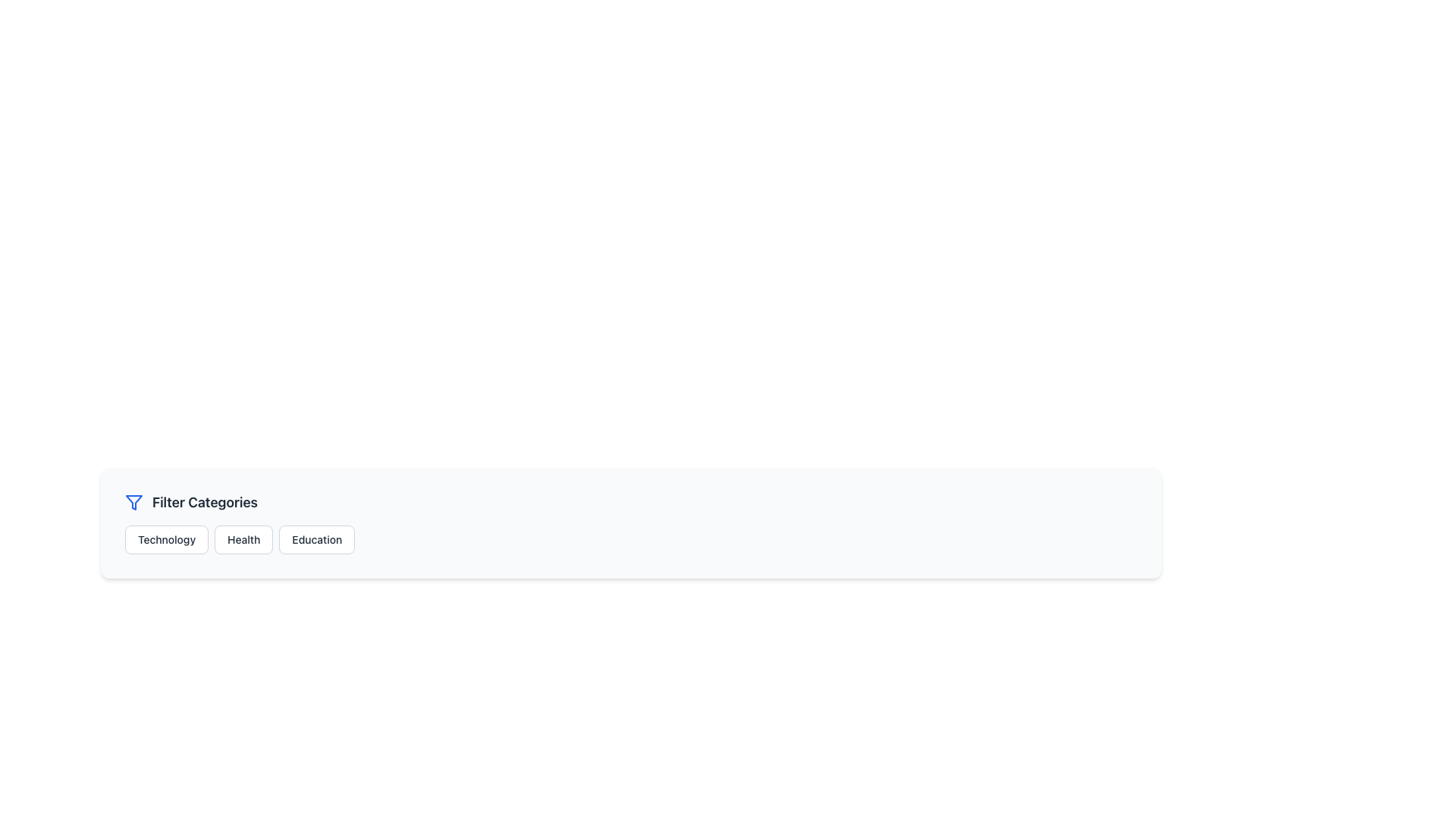 The height and width of the screenshot is (819, 1456). Describe the element at coordinates (134, 503) in the screenshot. I see `the filter icon located in the top-left corner, adjacent to the 'Filter Categories' label` at that location.